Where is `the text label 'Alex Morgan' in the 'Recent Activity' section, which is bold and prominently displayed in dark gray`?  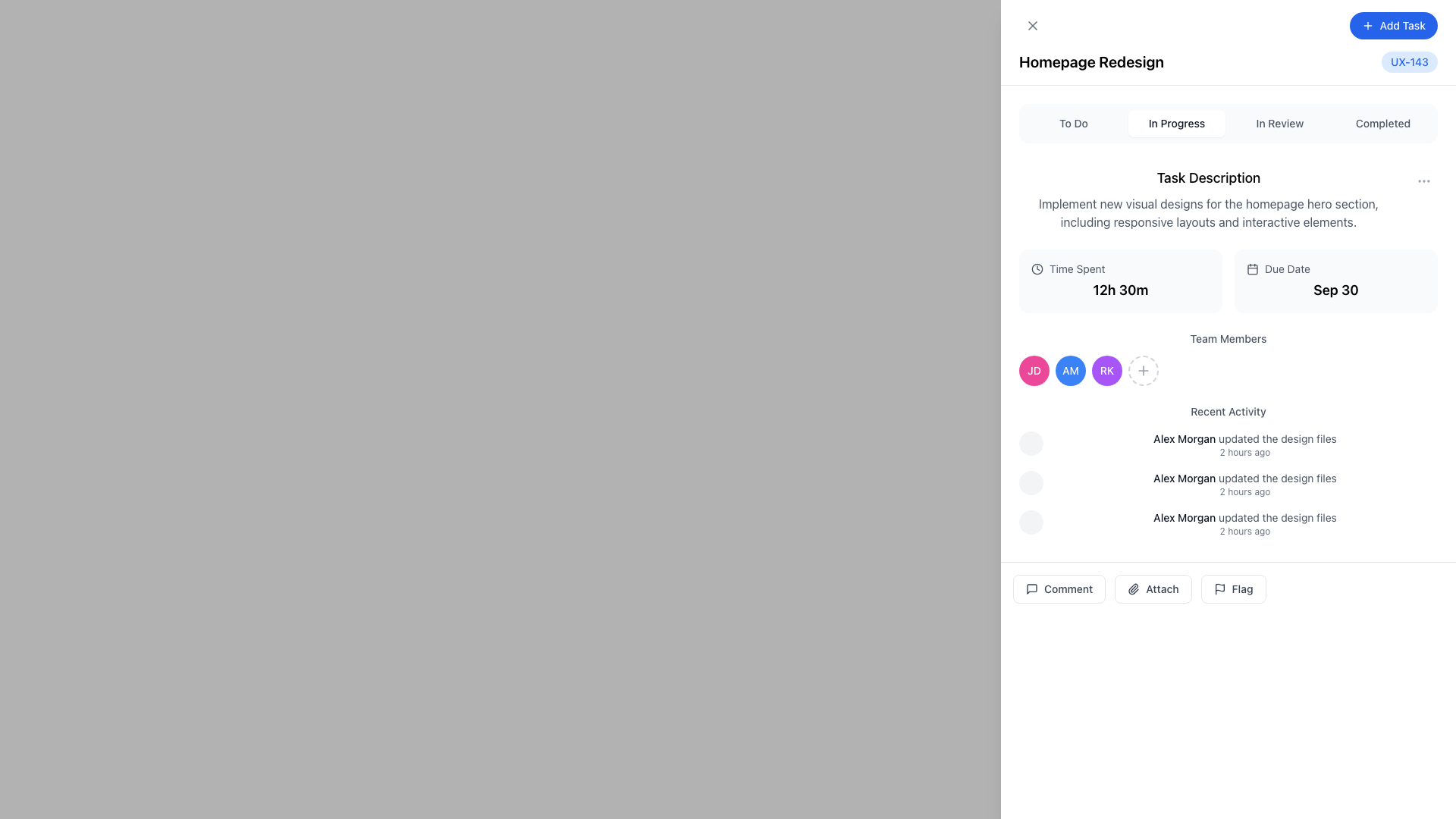 the text label 'Alex Morgan' in the 'Recent Activity' section, which is bold and prominently displayed in dark gray is located at coordinates (1184, 438).